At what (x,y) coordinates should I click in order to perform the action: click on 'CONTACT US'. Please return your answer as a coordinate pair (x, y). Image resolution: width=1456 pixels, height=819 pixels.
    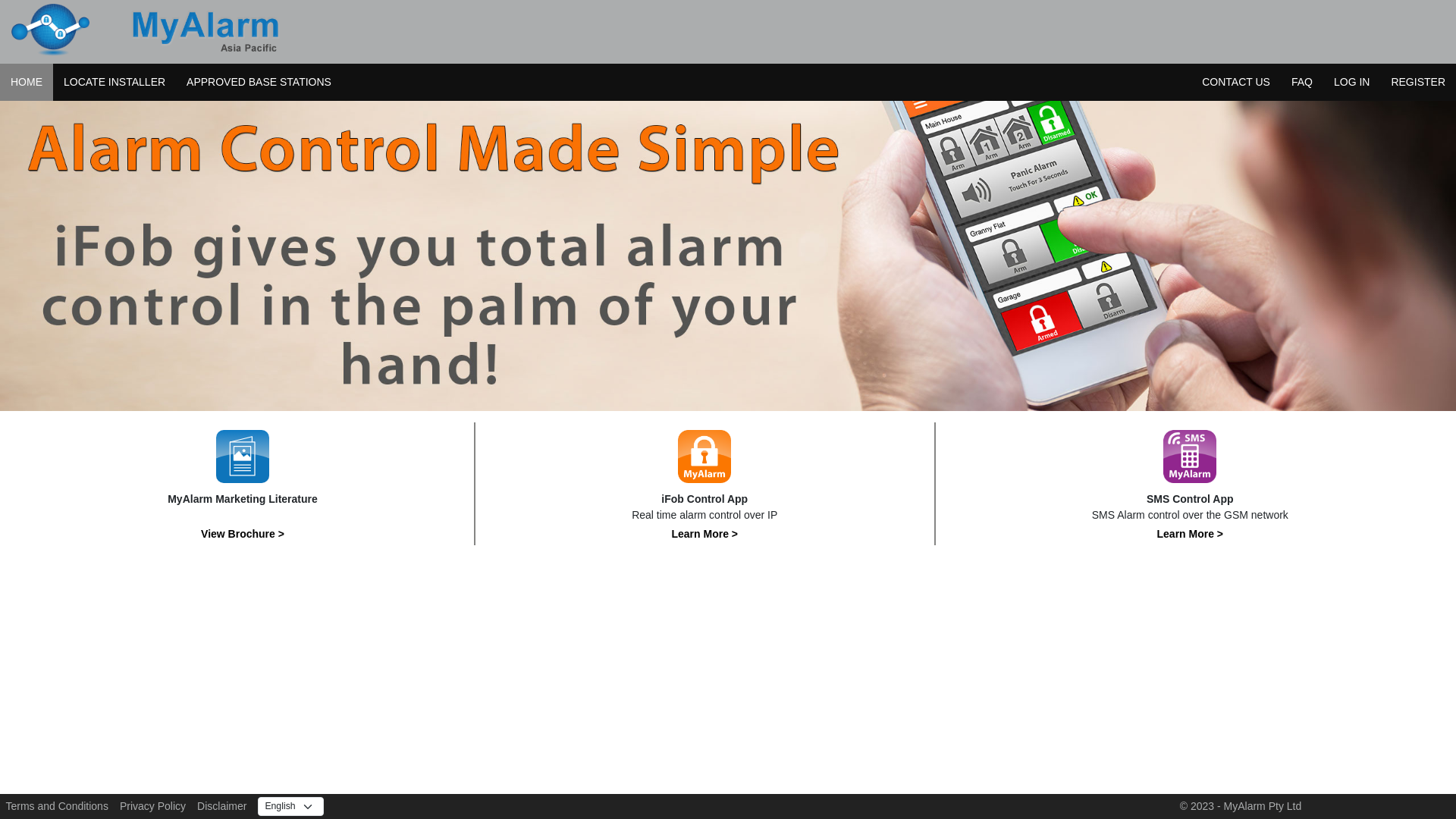
    Looking at the image, I should click on (1190, 82).